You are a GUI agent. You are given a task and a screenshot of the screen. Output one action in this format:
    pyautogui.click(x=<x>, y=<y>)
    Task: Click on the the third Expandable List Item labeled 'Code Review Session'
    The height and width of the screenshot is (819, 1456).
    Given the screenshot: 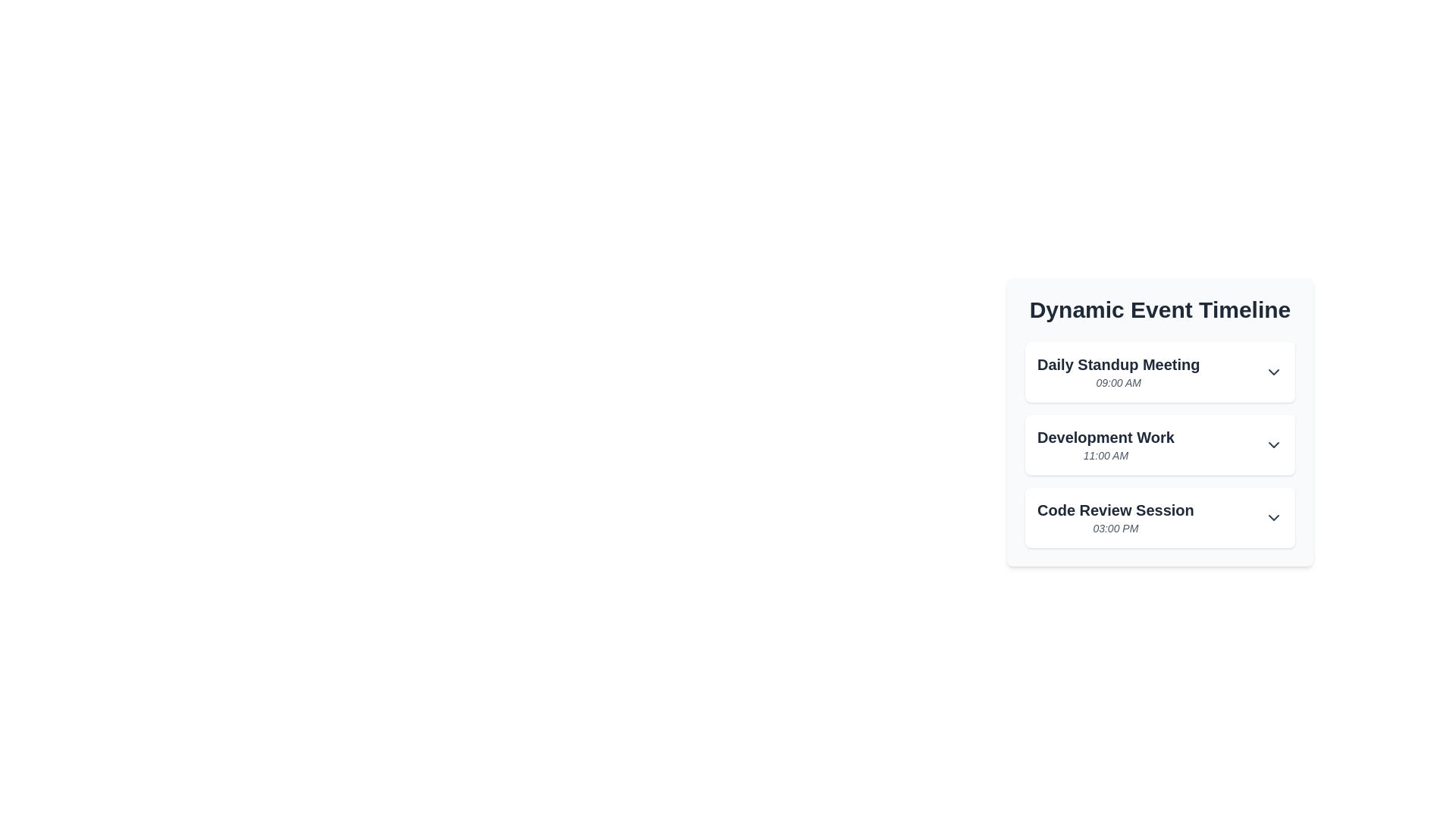 What is the action you would take?
    pyautogui.click(x=1159, y=516)
    